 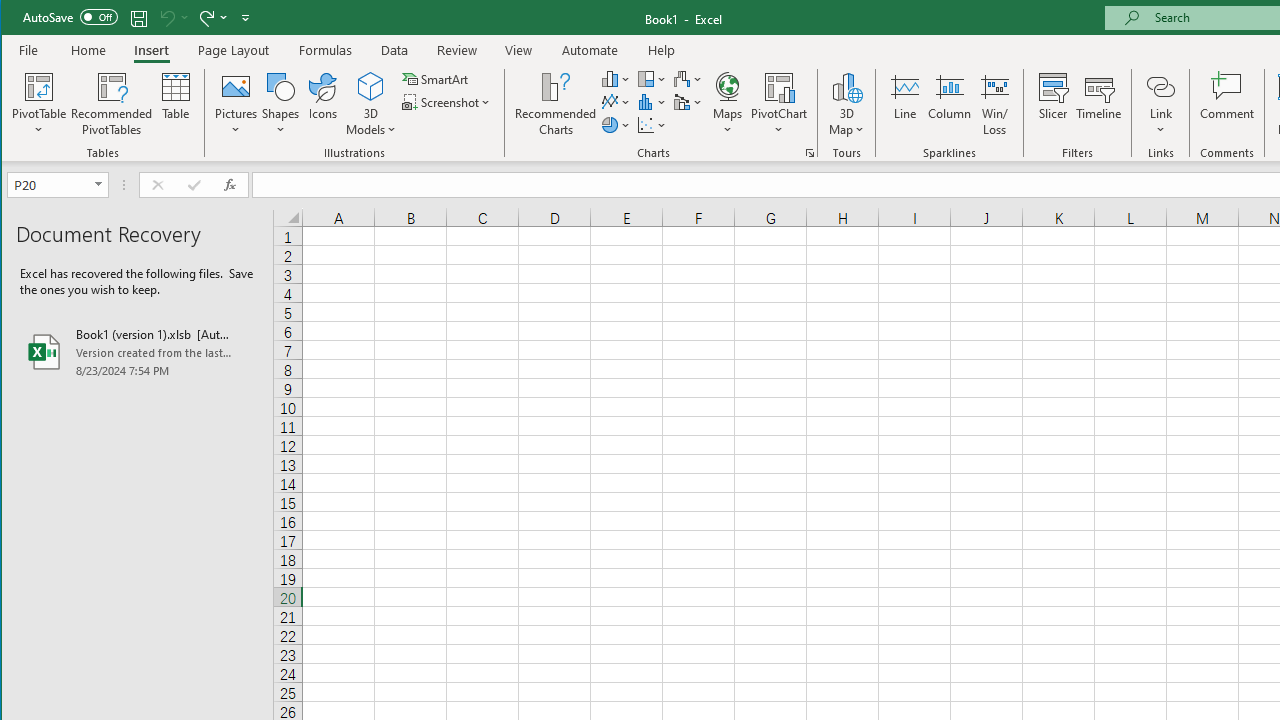 What do you see at coordinates (371, 85) in the screenshot?
I see `'3D Models'` at bounding box center [371, 85].